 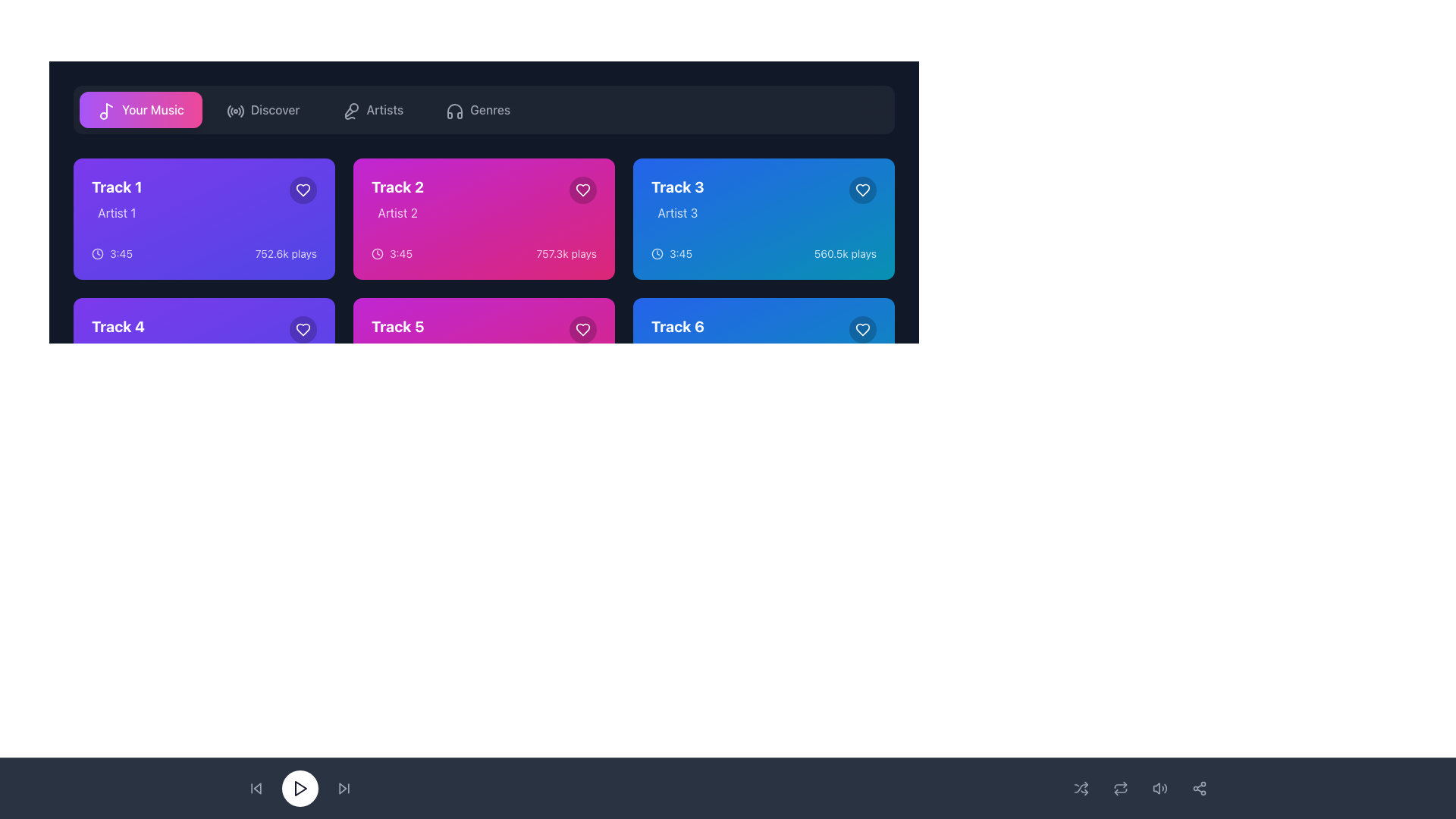 What do you see at coordinates (263, 109) in the screenshot?
I see `the 'Discover' button located in the horizontal navigation menu, which is positioned second from the left` at bounding box center [263, 109].